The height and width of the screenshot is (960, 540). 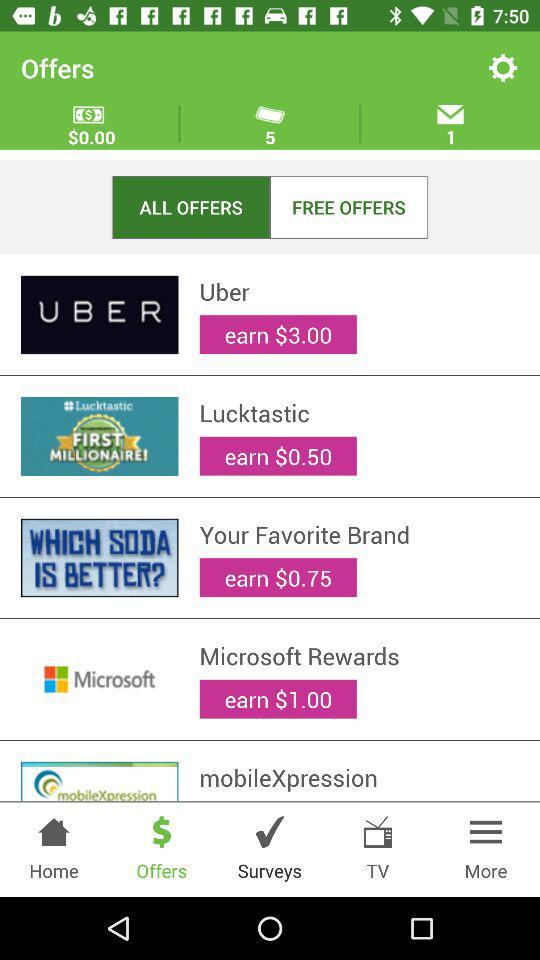 What do you see at coordinates (347, 207) in the screenshot?
I see `the item below 5 item` at bounding box center [347, 207].